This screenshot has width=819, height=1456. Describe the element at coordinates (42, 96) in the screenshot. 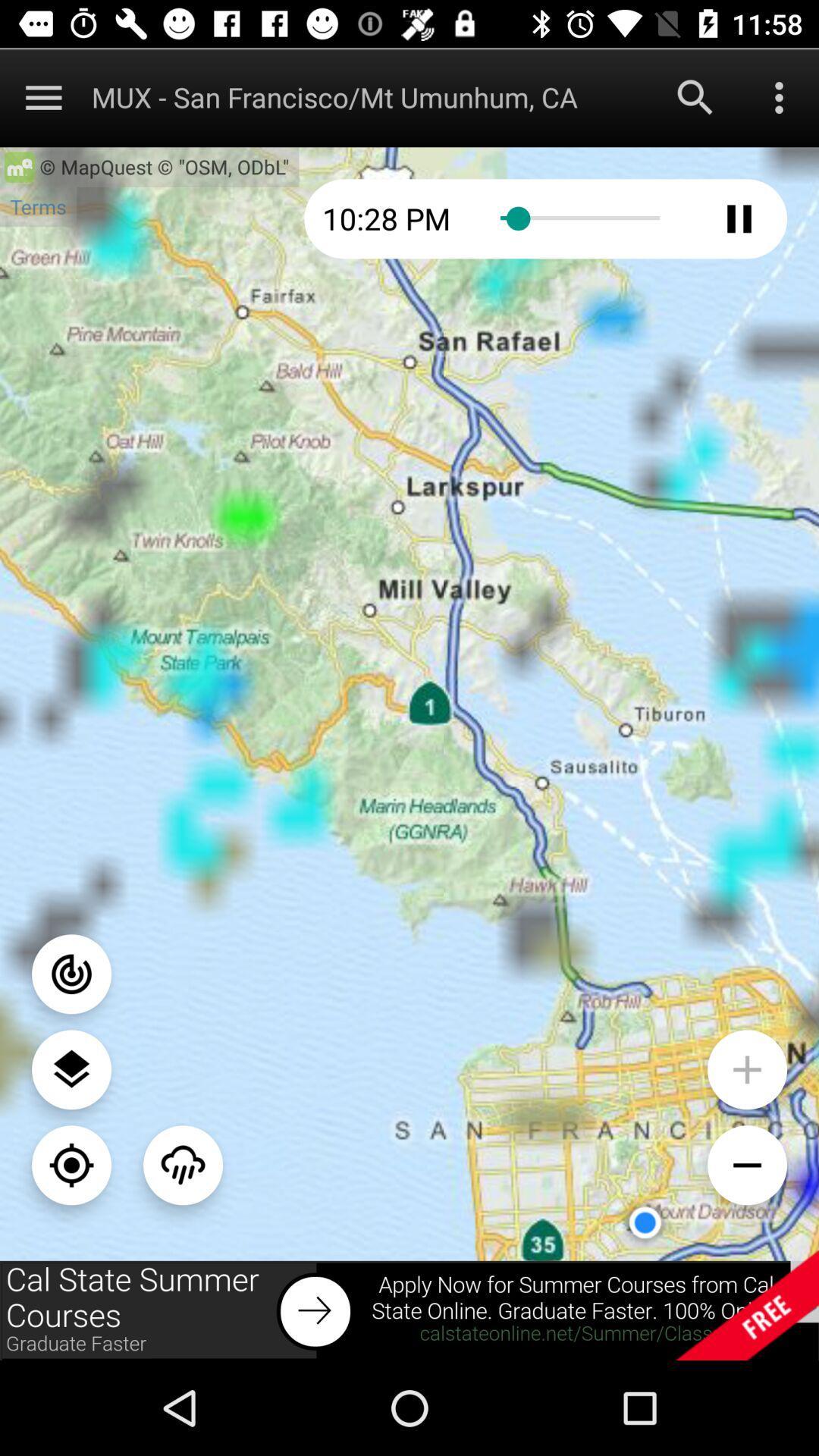

I see `expand drop-down menu` at that location.